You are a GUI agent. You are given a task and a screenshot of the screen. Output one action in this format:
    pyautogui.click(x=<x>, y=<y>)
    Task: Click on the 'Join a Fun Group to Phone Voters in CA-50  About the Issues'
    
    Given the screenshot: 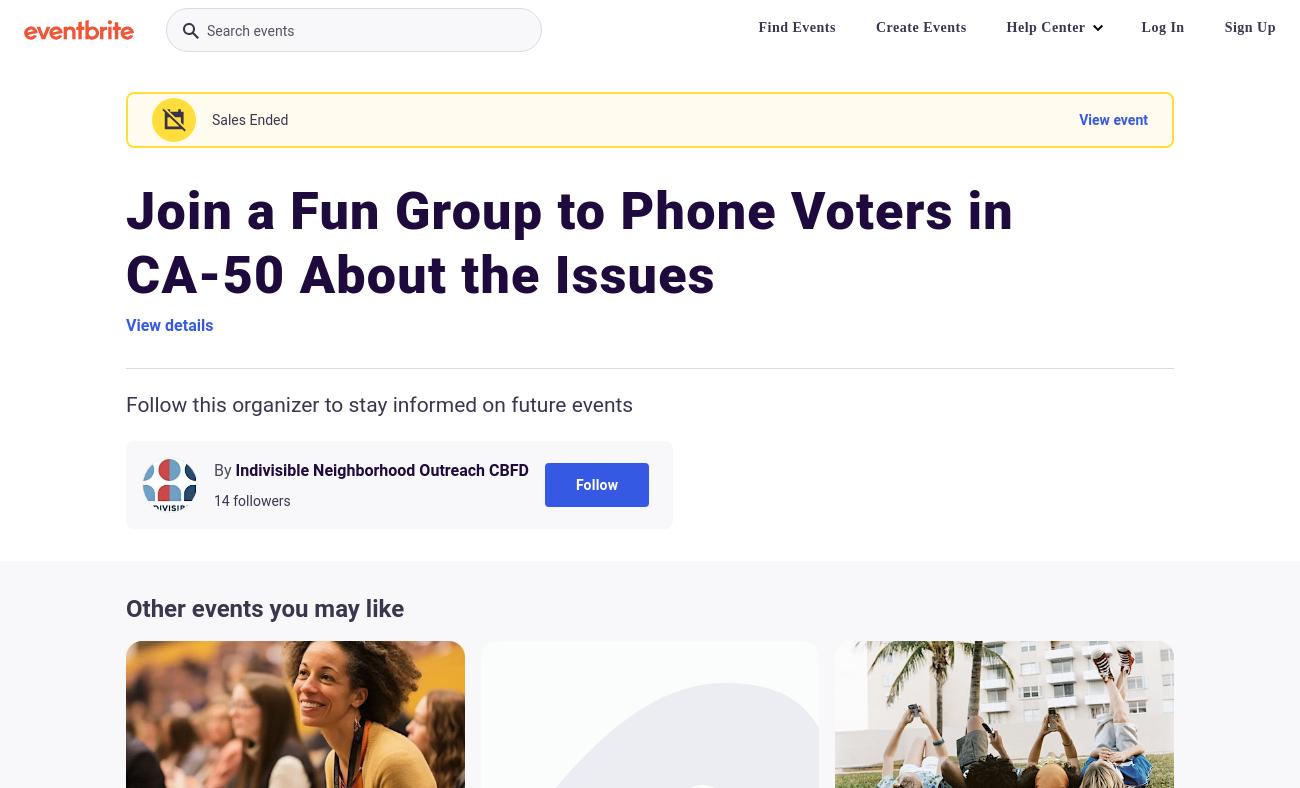 What is the action you would take?
    pyautogui.click(x=568, y=242)
    